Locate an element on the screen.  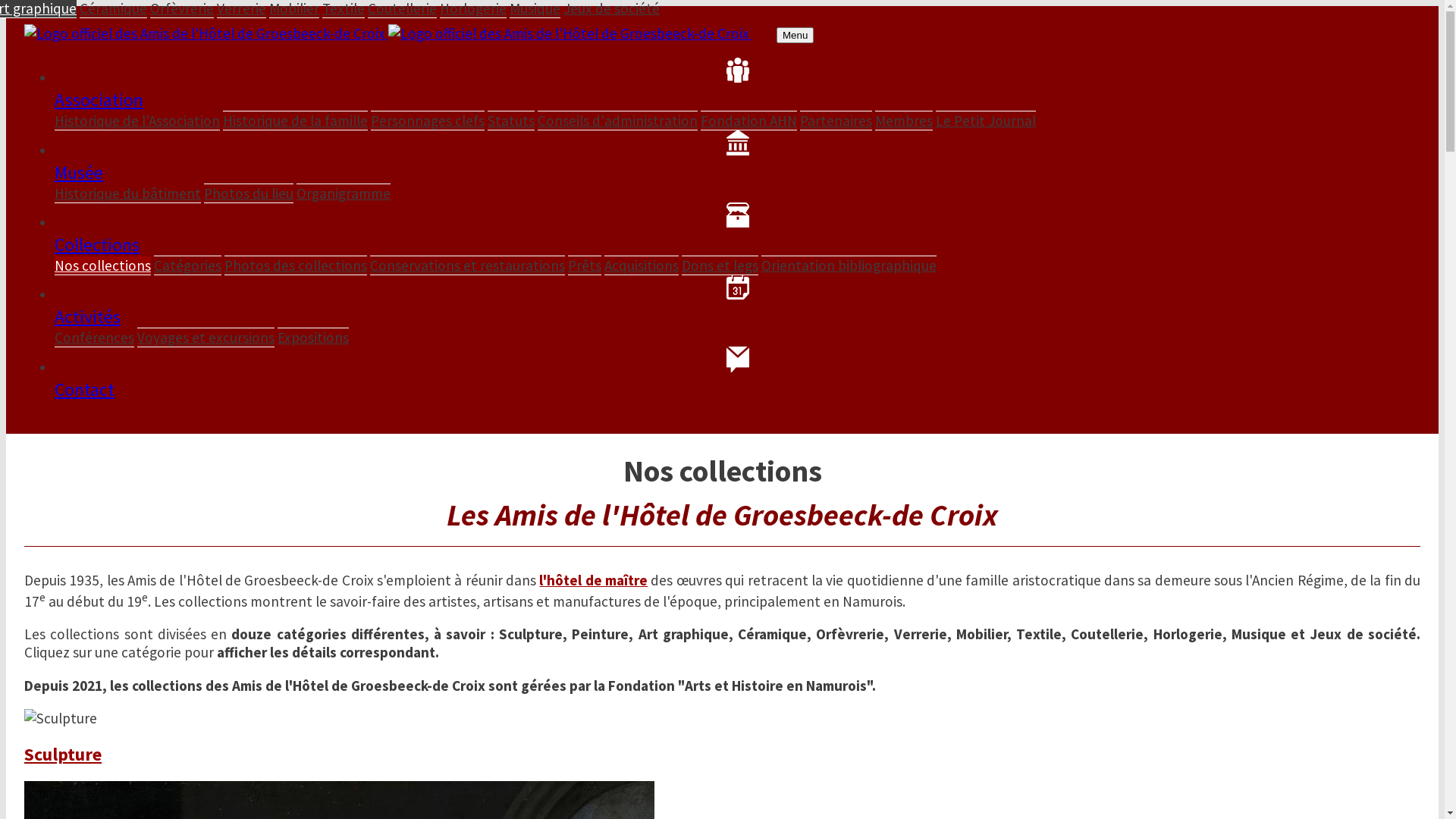
'Conservations et restaurations' is located at coordinates (370, 265).